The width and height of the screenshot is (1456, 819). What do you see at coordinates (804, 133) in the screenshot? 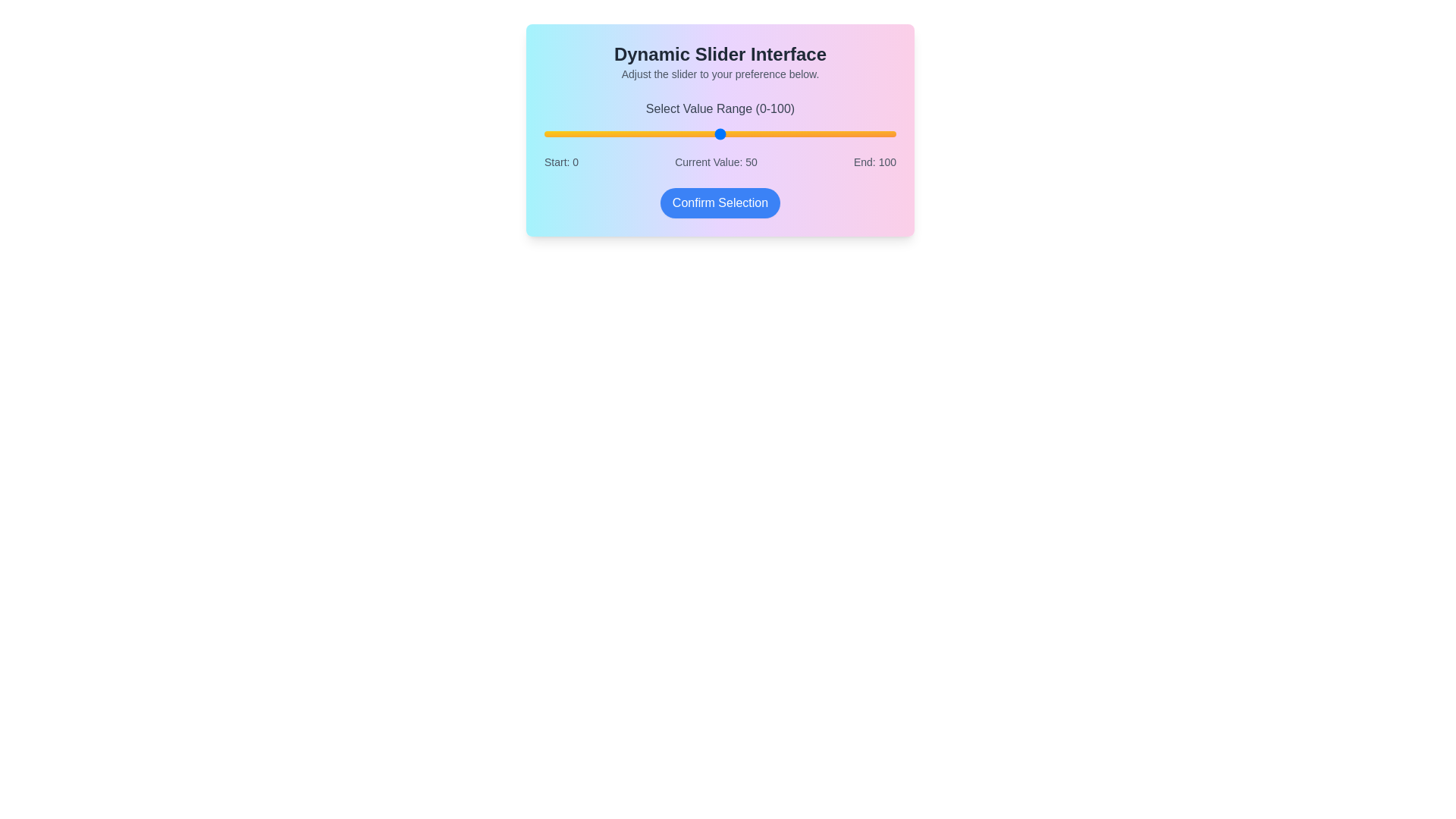
I see `the slider to set the value to 74` at bounding box center [804, 133].